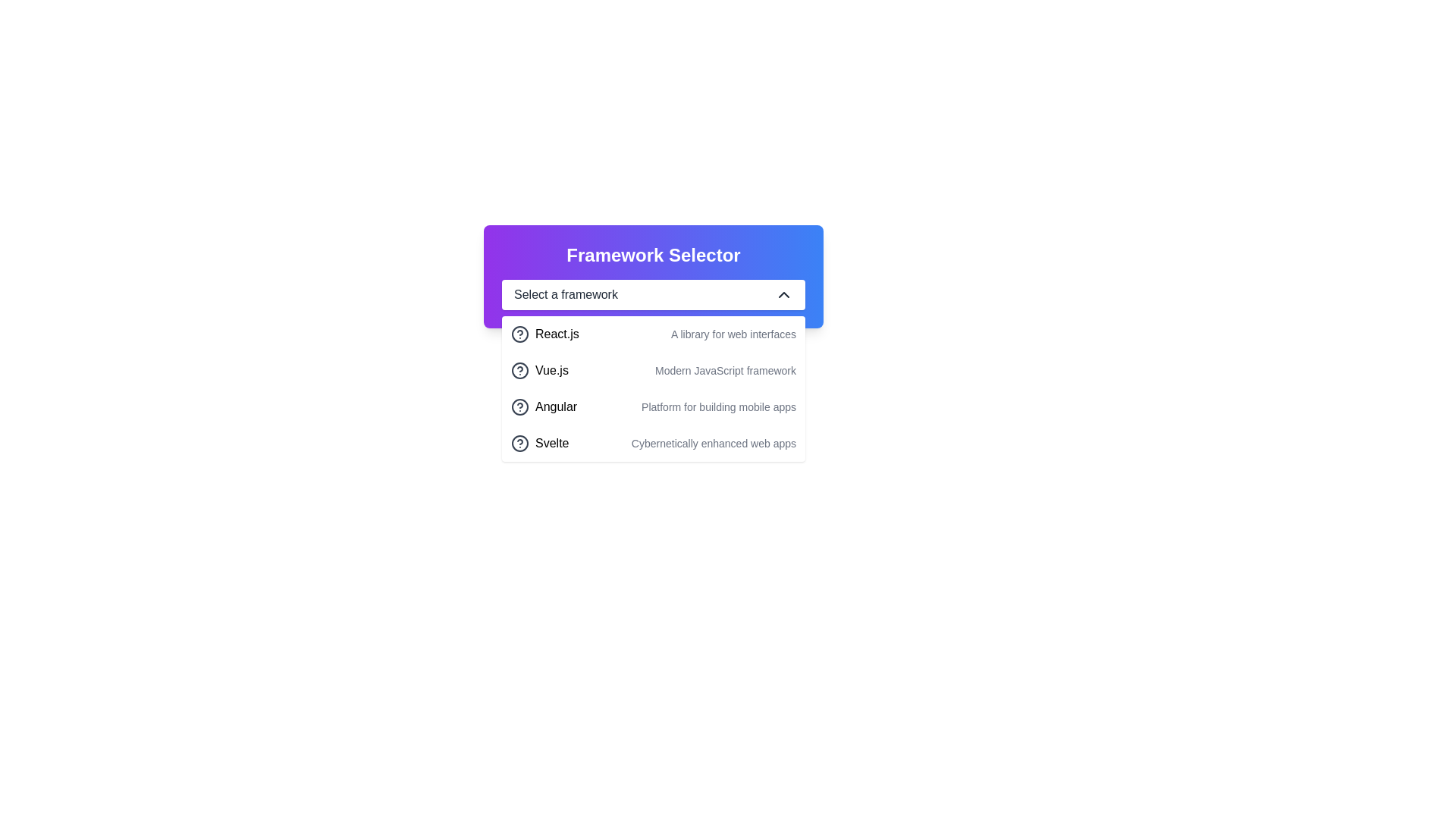 The image size is (1456, 819). What do you see at coordinates (718, 406) in the screenshot?
I see `descriptive text label below the 'Angular' option in the dropdown menu, which provides additional information about it` at bounding box center [718, 406].